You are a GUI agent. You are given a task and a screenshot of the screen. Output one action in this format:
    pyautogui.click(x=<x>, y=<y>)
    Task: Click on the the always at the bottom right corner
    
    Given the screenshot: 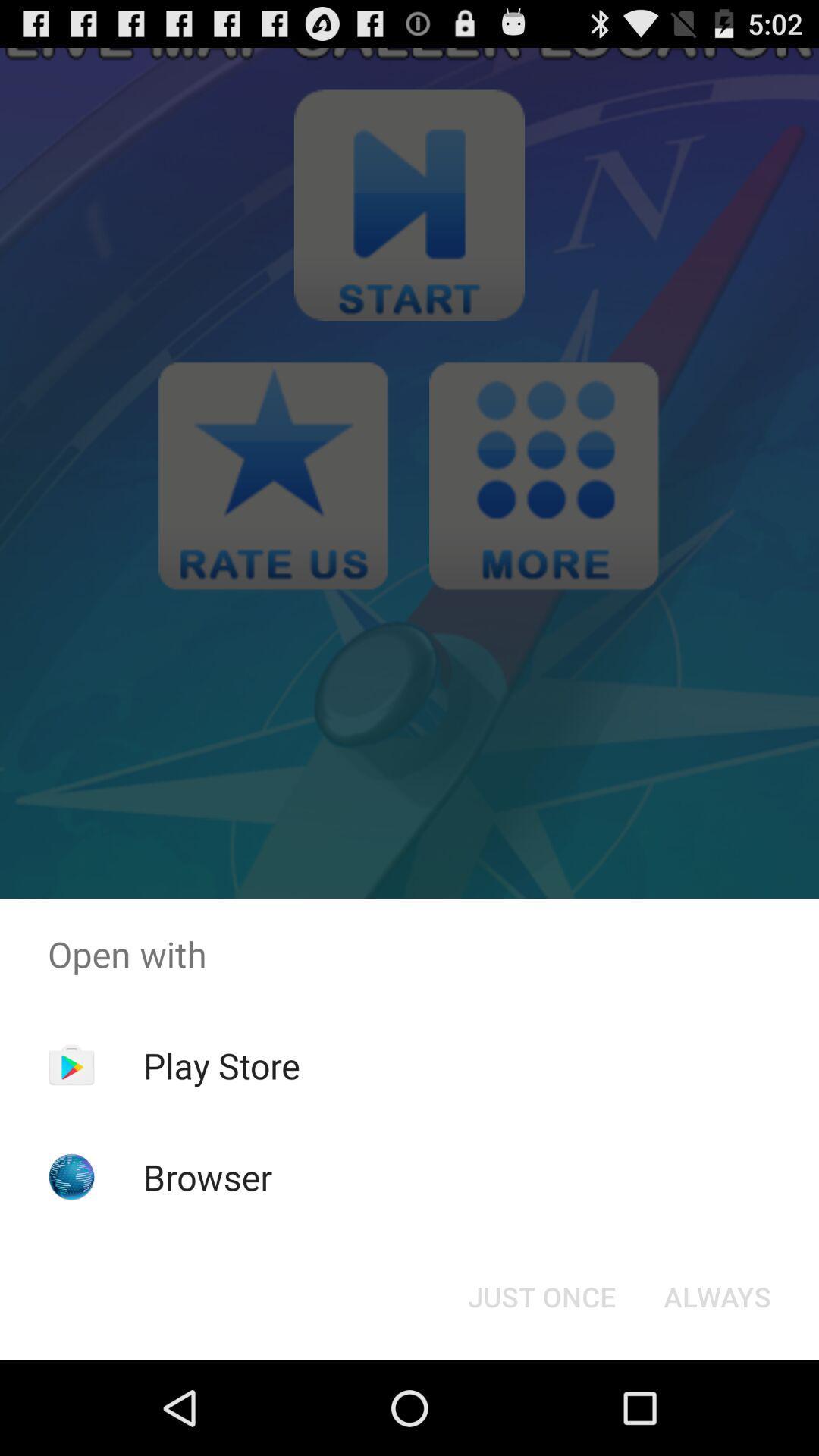 What is the action you would take?
    pyautogui.click(x=717, y=1295)
    